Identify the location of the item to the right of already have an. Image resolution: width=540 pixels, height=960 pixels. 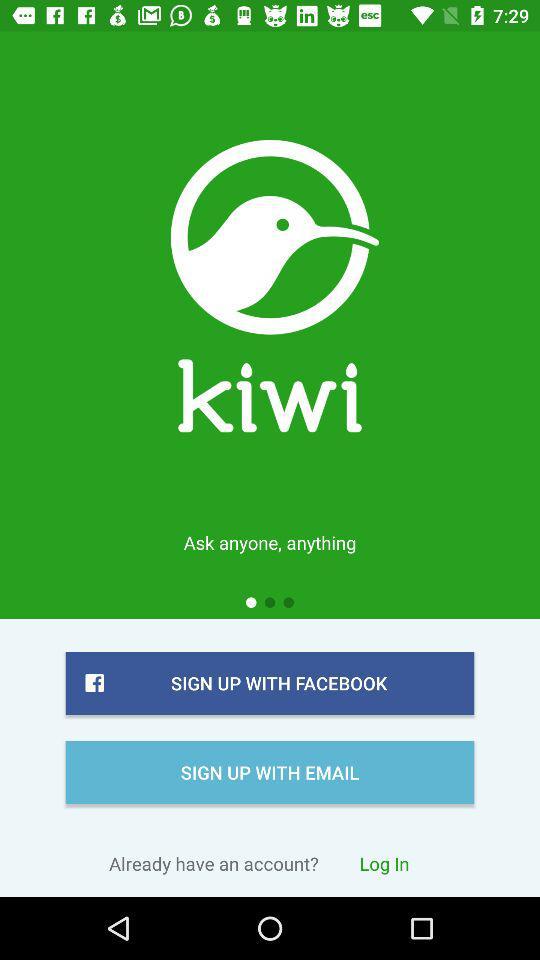
(384, 862).